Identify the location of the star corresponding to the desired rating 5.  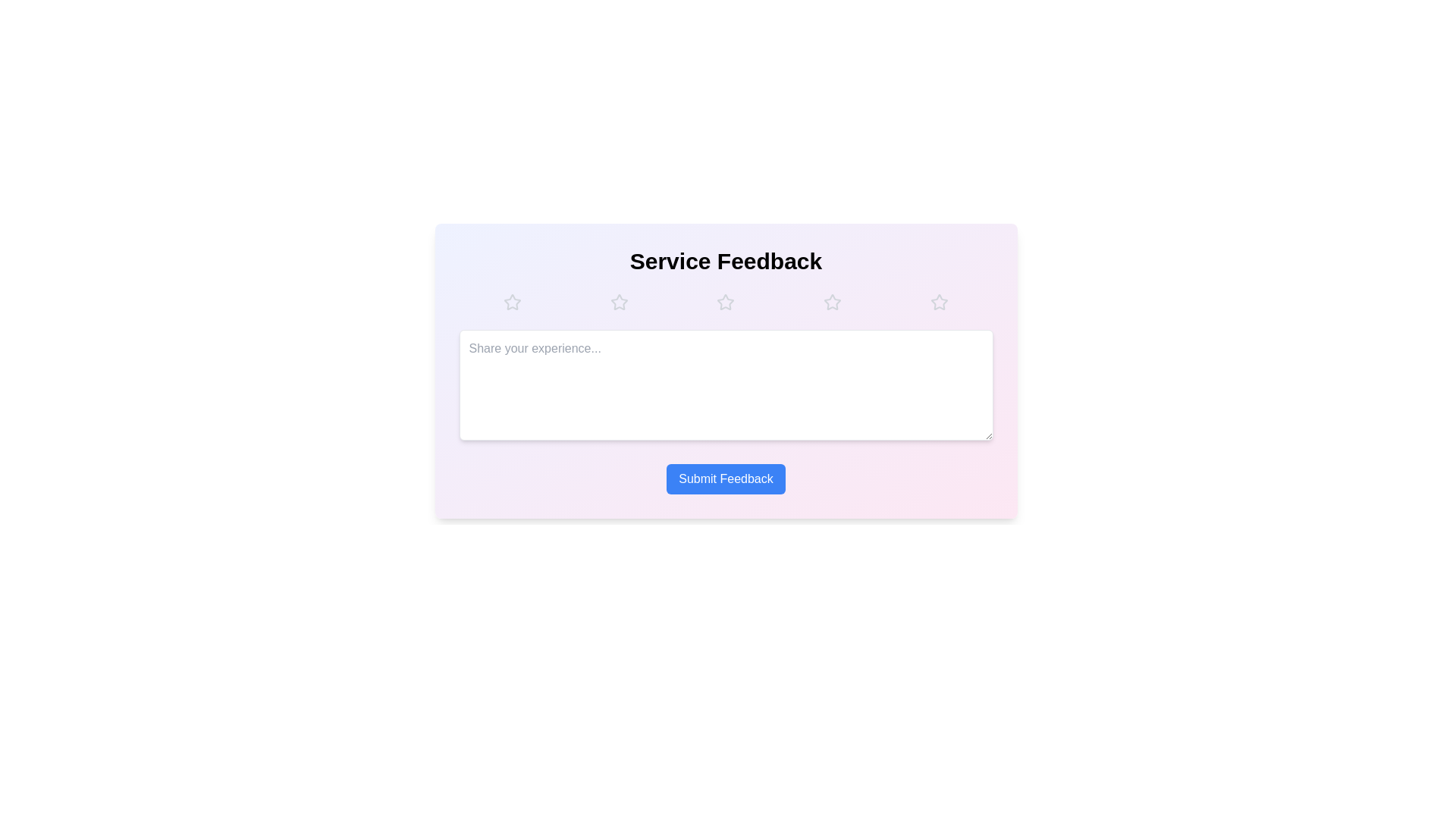
(939, 302).